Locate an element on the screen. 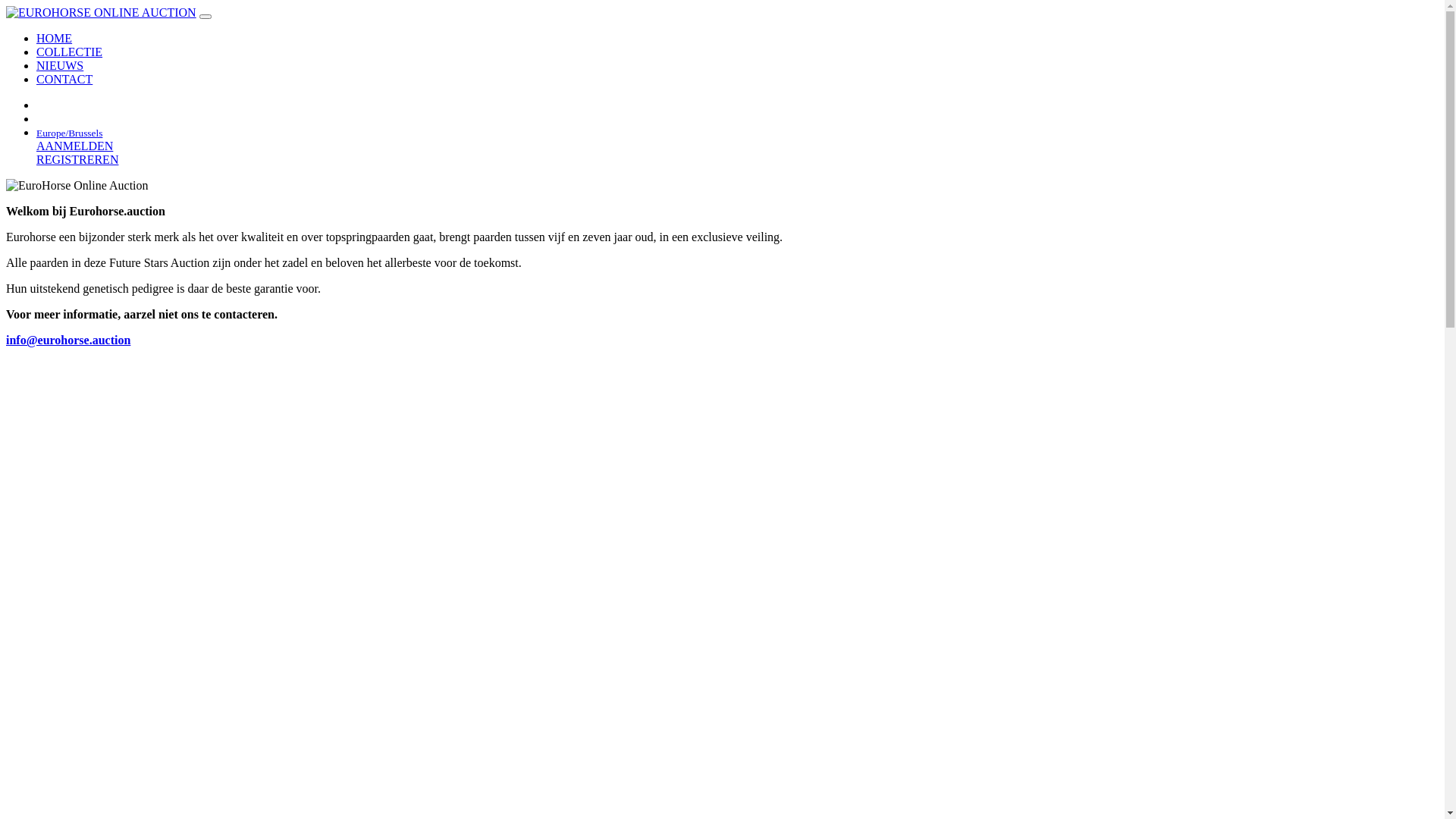  'COLLECTIE' is located at coordinates (68, 51).